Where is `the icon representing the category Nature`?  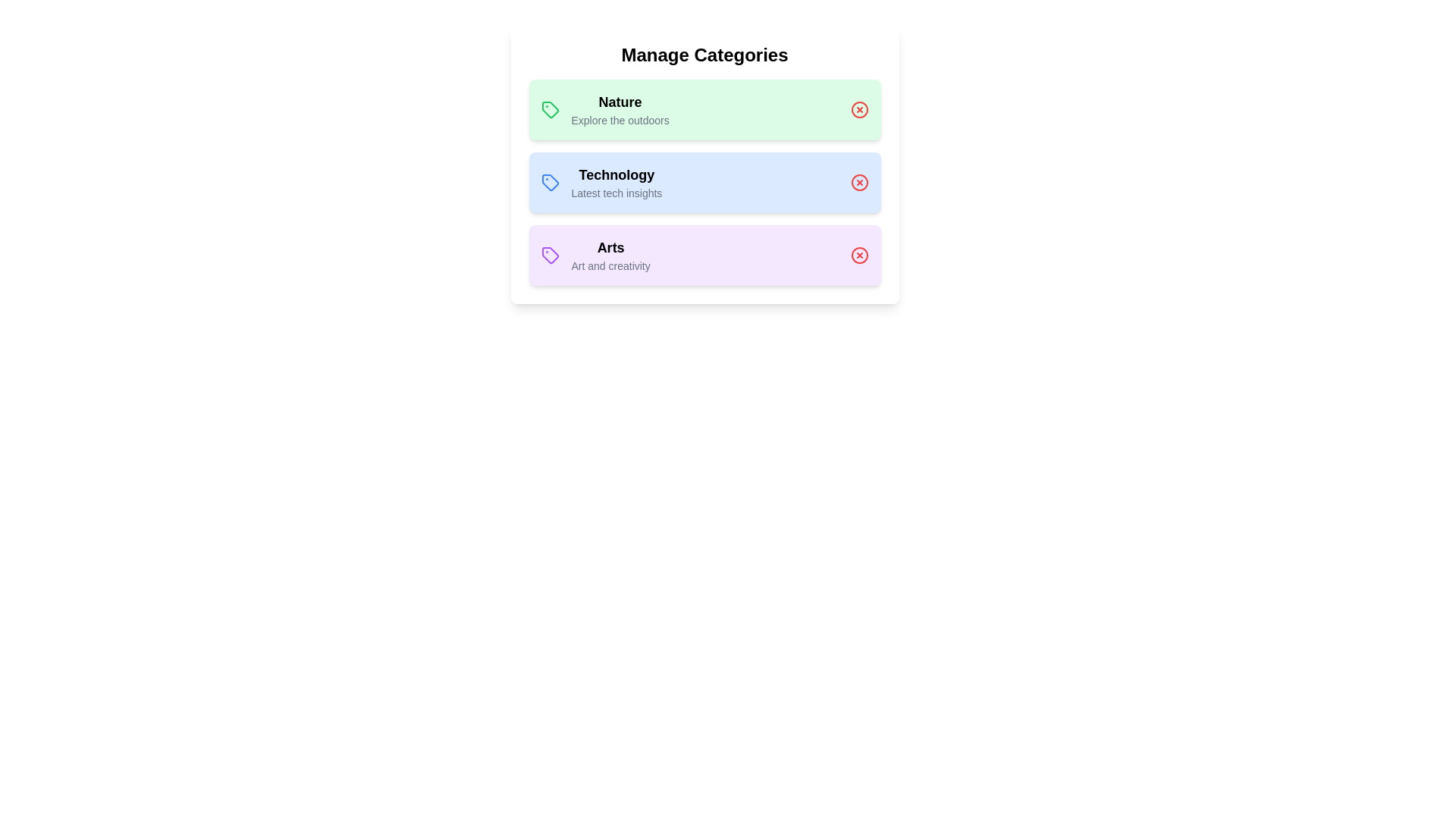
the icon representing the category Nature is located at coordinates (549, 109).